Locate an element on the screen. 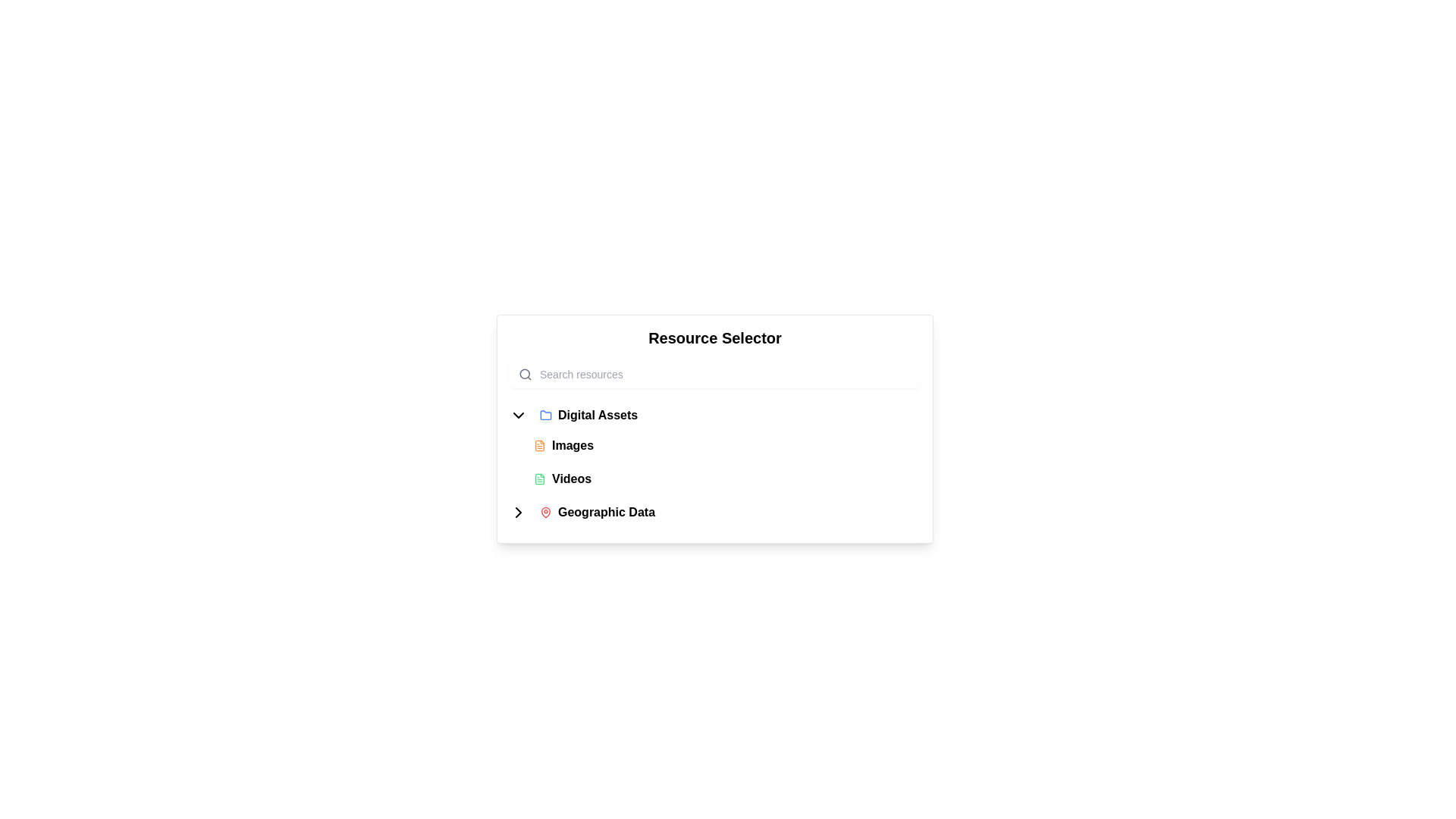 This screenshot has width=1456, height=819. the magnifying glass icon with a gray outline located inside the search bar at the top-left corner of the 'Resource Selector' UI component is located at coordinates (520, 374).